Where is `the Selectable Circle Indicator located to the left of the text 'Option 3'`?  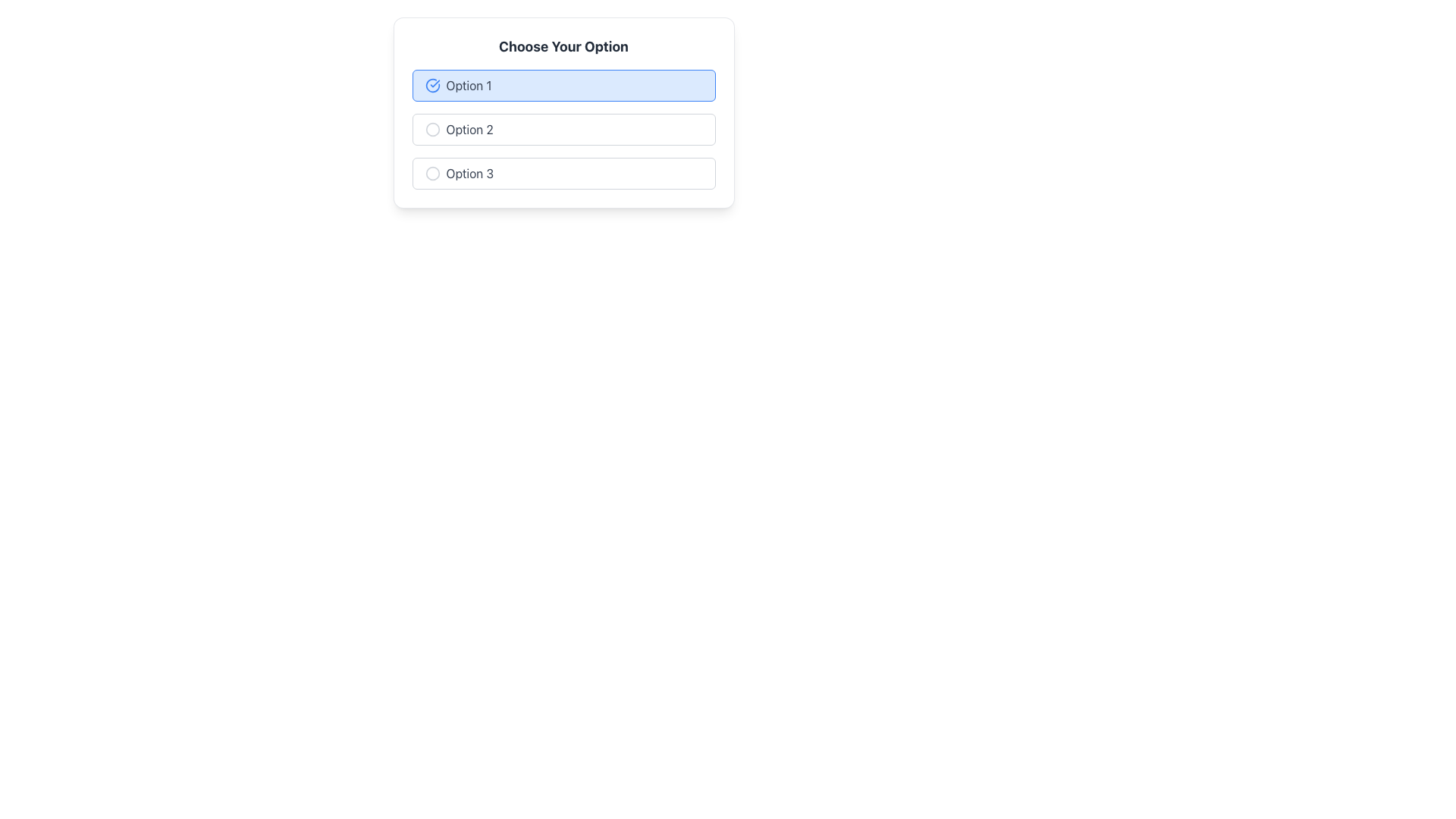
the Selectable Circle Indicator located to the left of the text 'Option 3' is located at coordinates (431, 172).